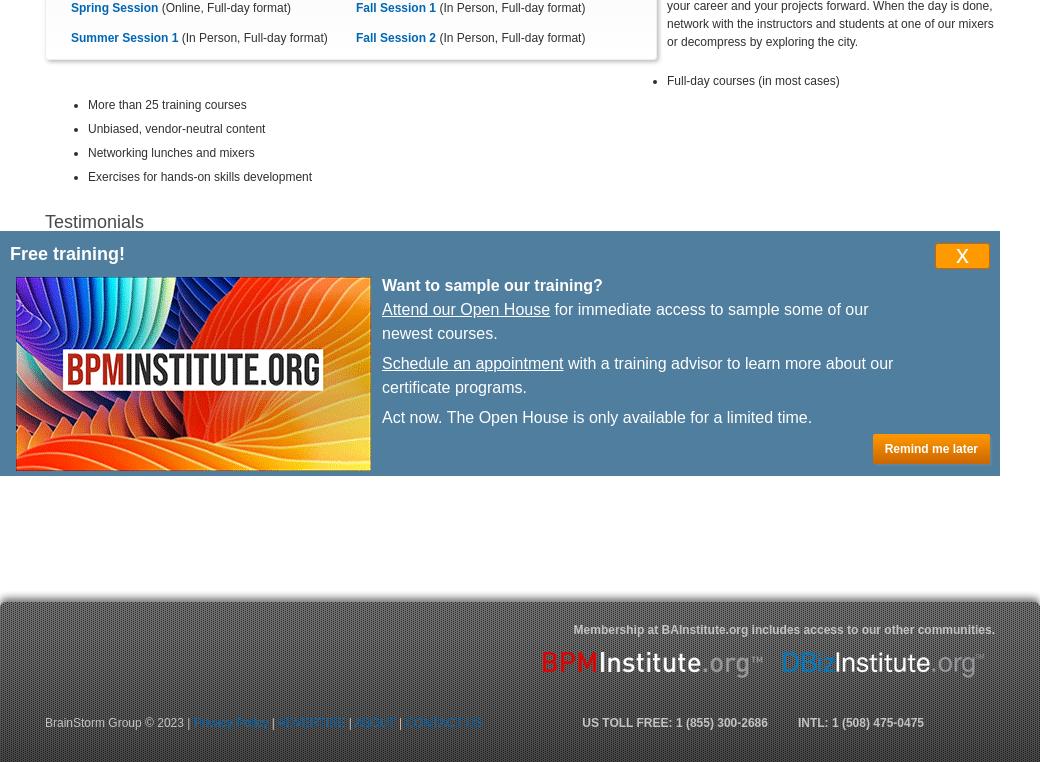 Image resolution: width=1040 pixels, height=762 pixels. What do you see at coordinates (962, 253) in the screenshot?
I see `'x'` at bounding box center [962, 253].